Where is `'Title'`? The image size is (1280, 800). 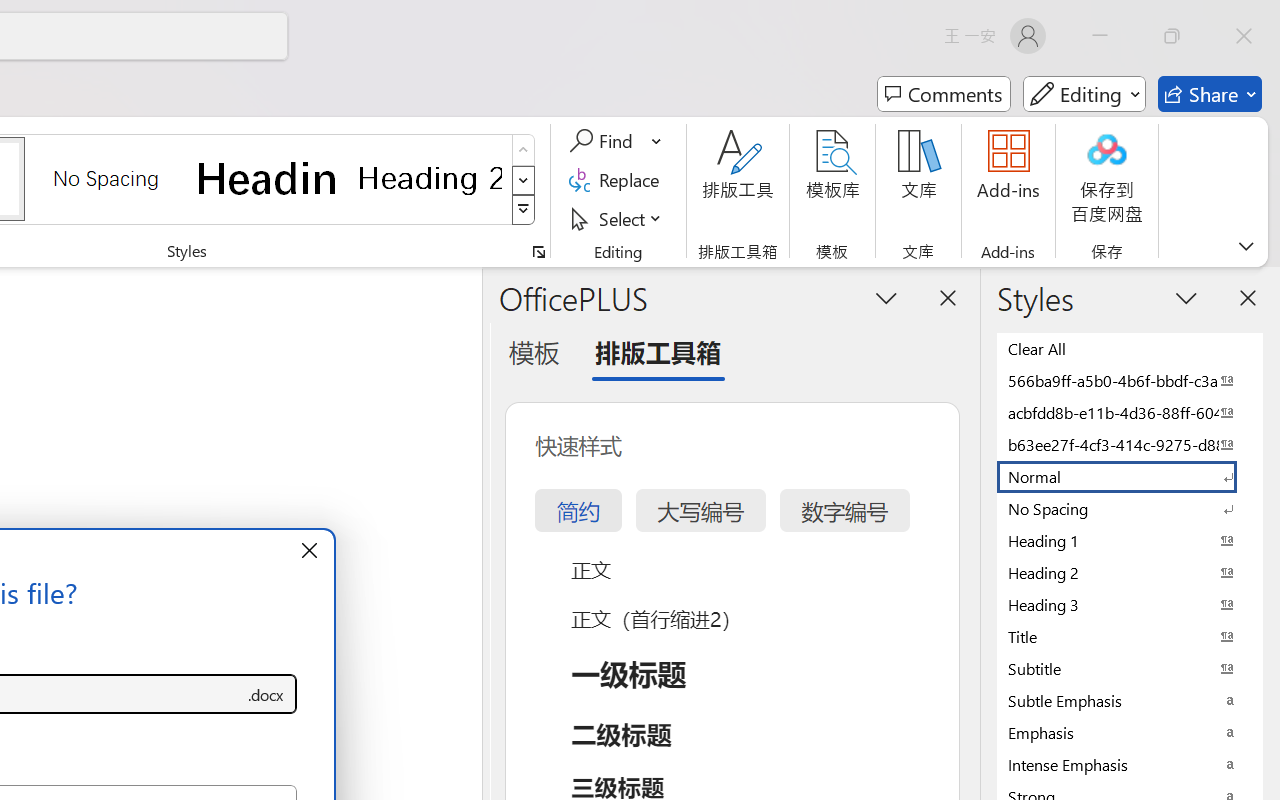 'Title' is located at coordinates (1130, 635).